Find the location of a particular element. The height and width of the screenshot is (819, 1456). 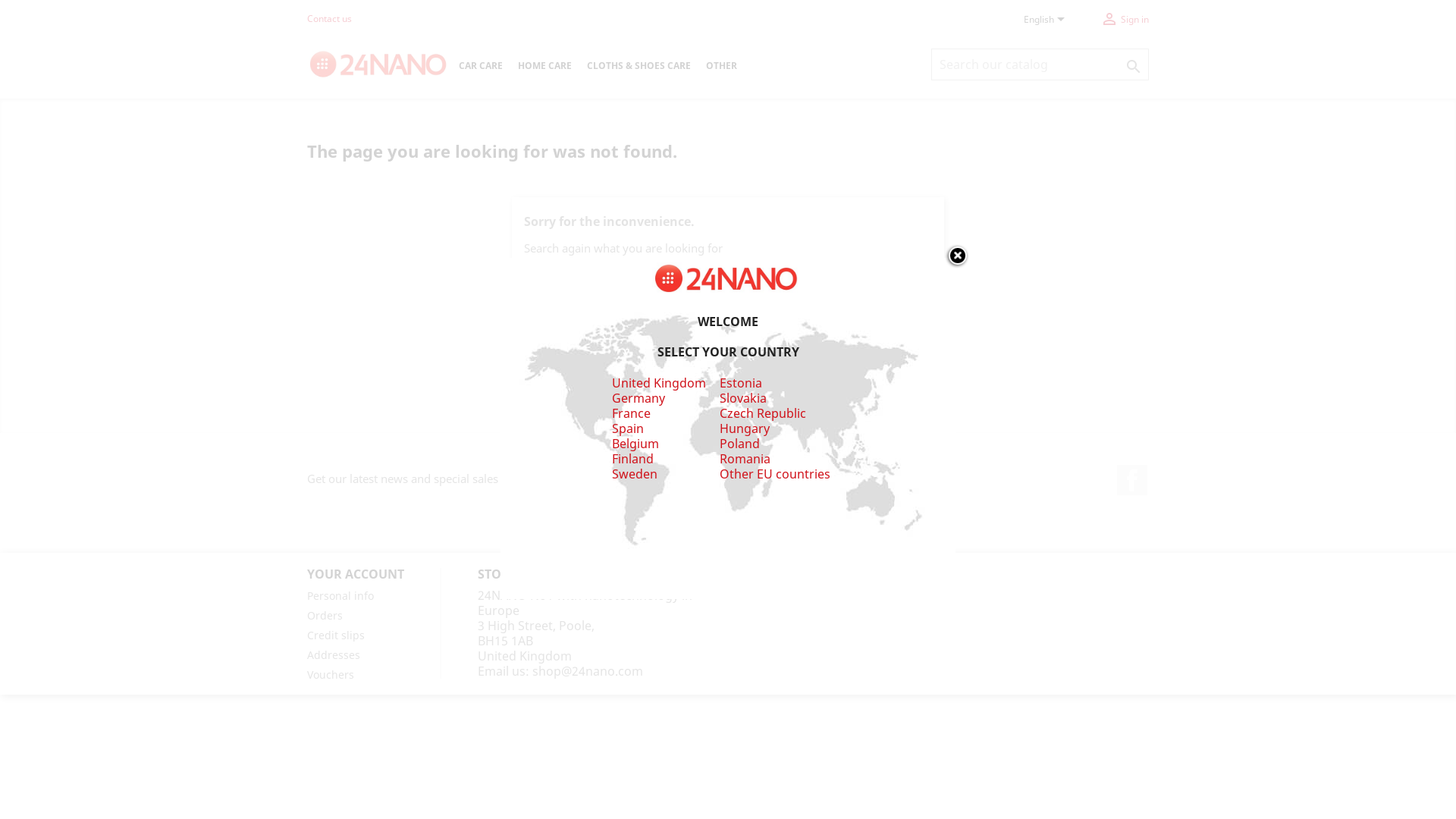

'Addresses' is located at coordinates (333, 654).